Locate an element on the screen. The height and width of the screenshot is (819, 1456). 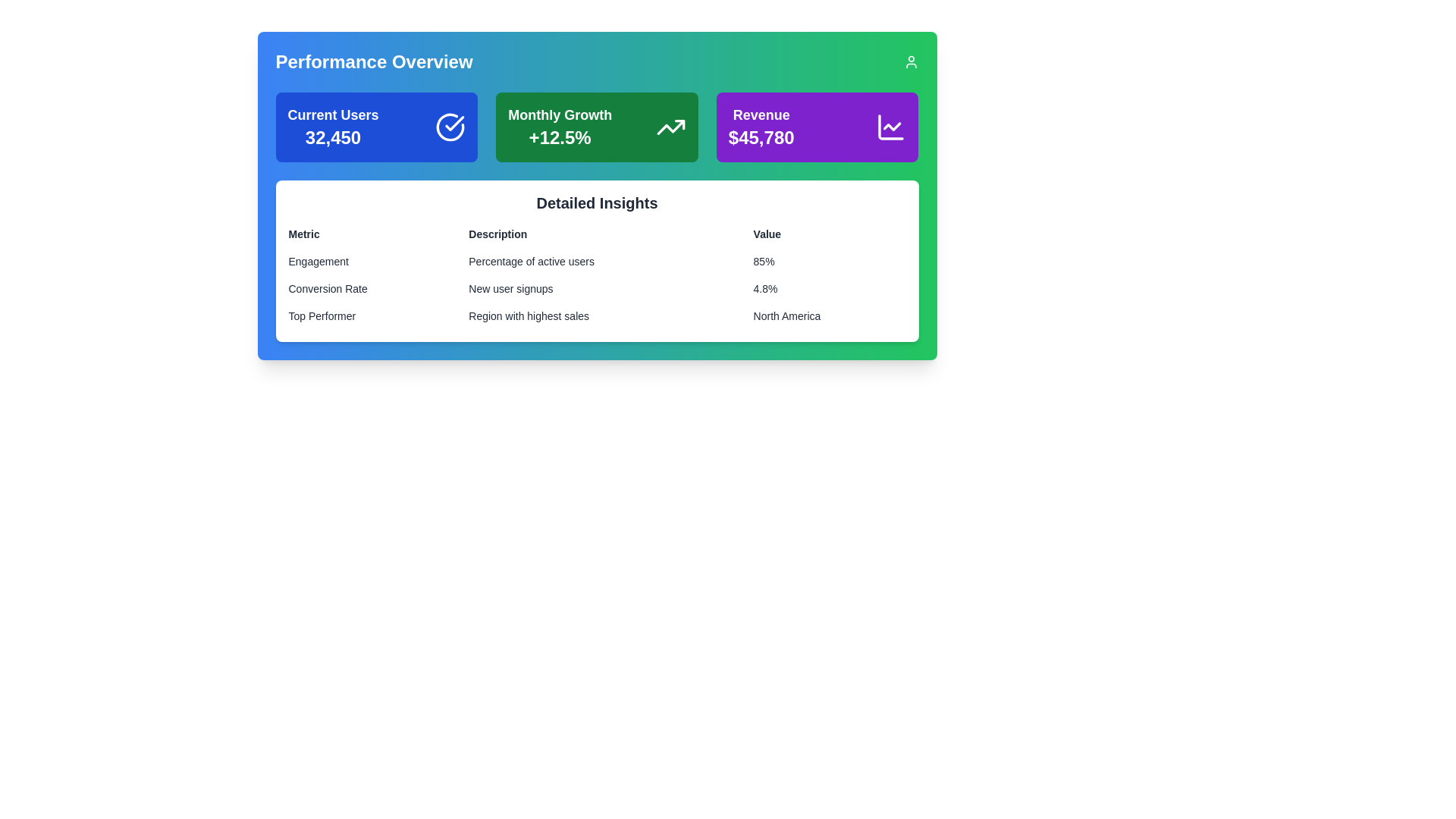
the 'Monthly Growth' text element is located at coordinates (559, 127).